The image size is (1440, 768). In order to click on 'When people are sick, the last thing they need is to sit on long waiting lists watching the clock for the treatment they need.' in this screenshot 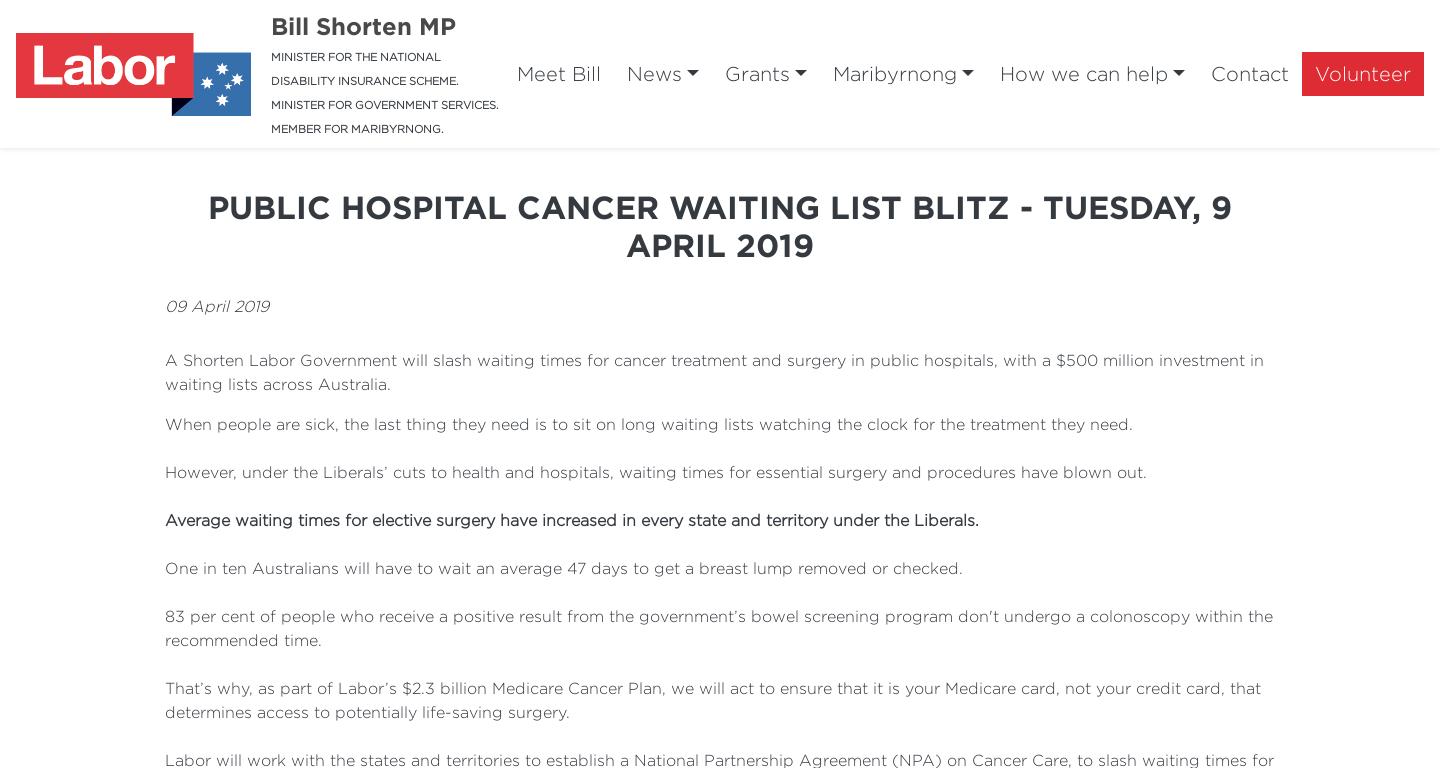, I will do `click(648, 423)`.